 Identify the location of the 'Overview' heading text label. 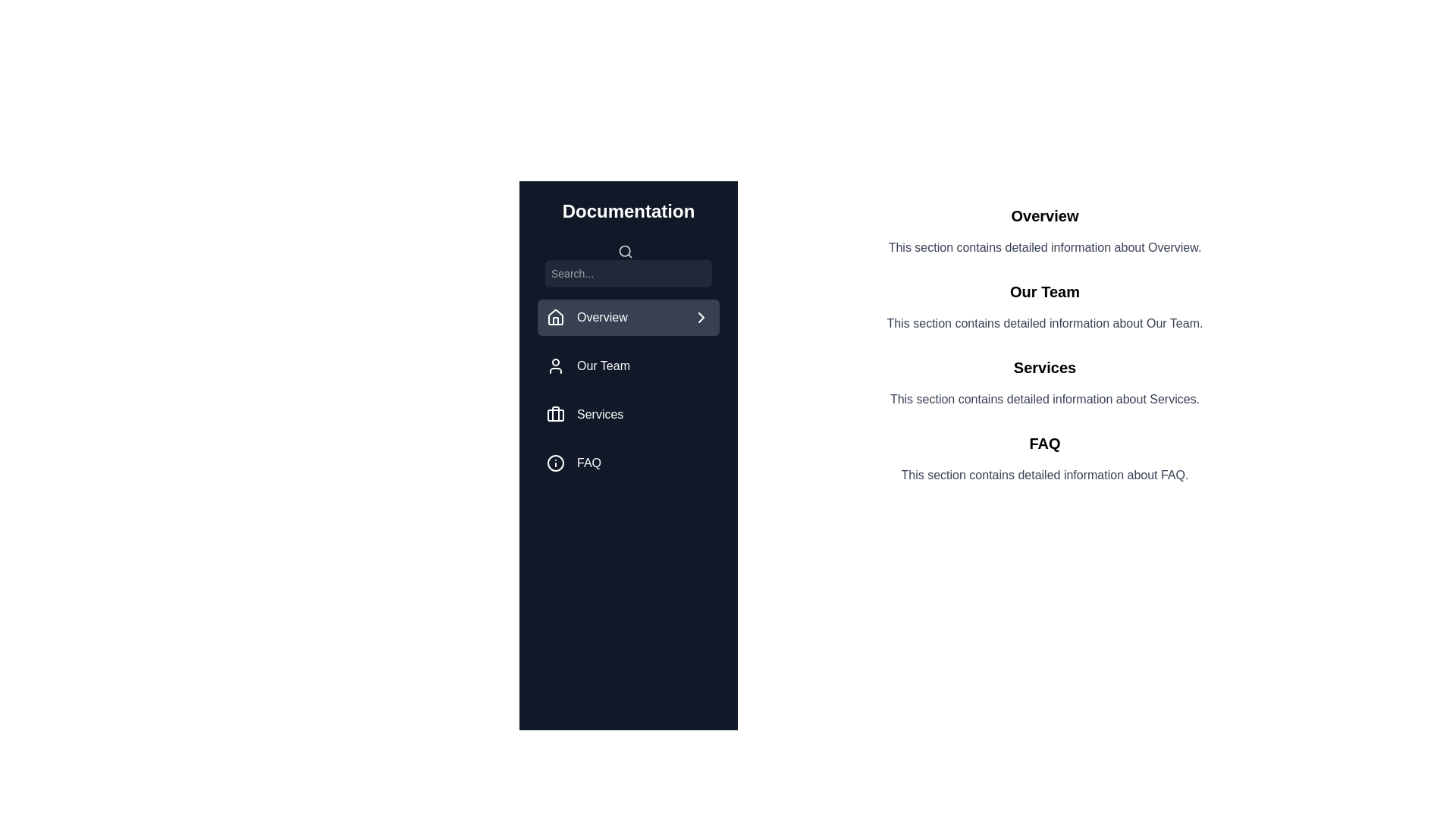
(1043, 216).